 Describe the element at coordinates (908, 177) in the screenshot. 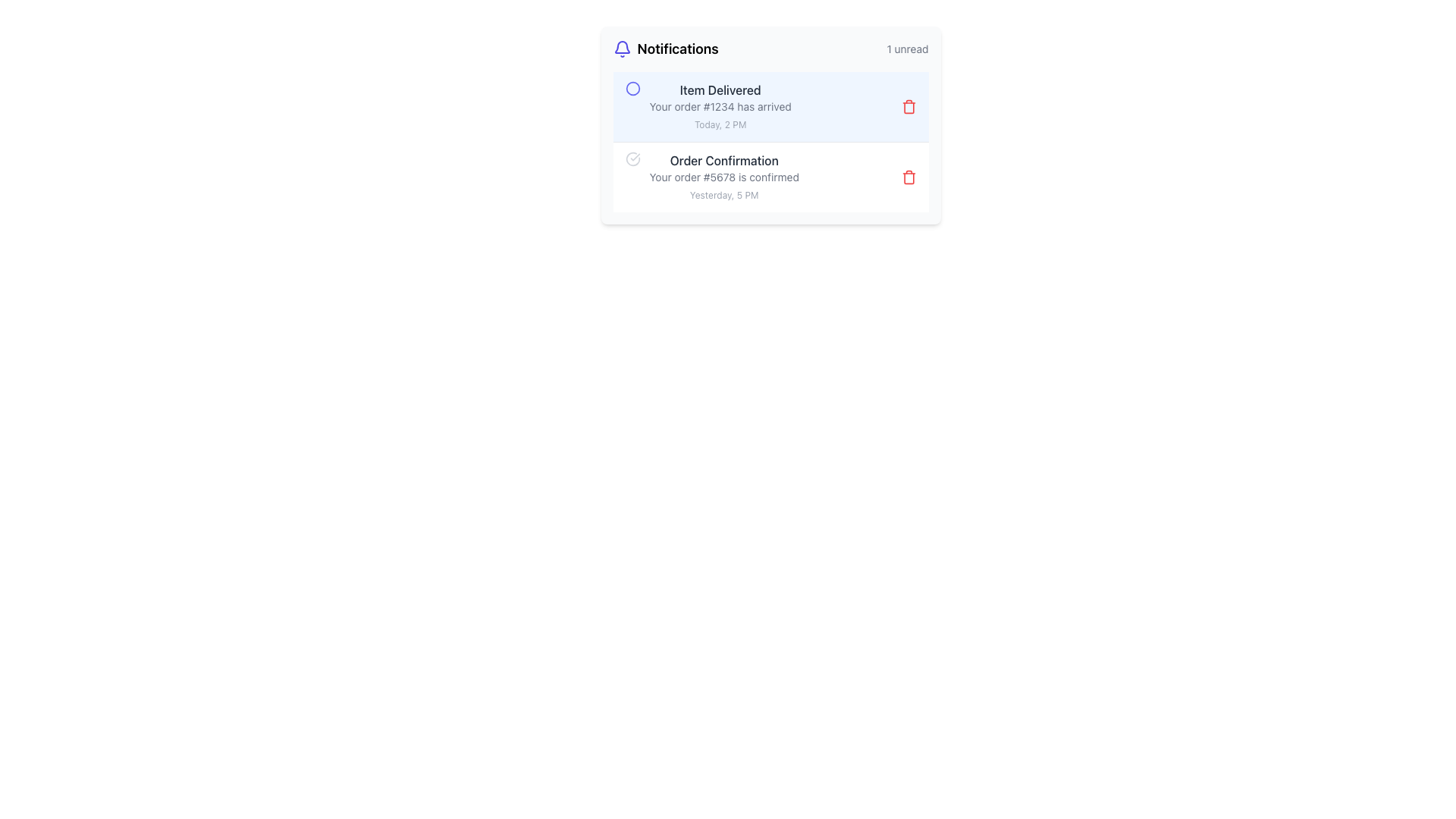

I see `the interactive delete button located at the bottom right of the notification entry for 'Order Confirmation Your order #5678 is confirmed Yesterday, 5 PM'` at that location.